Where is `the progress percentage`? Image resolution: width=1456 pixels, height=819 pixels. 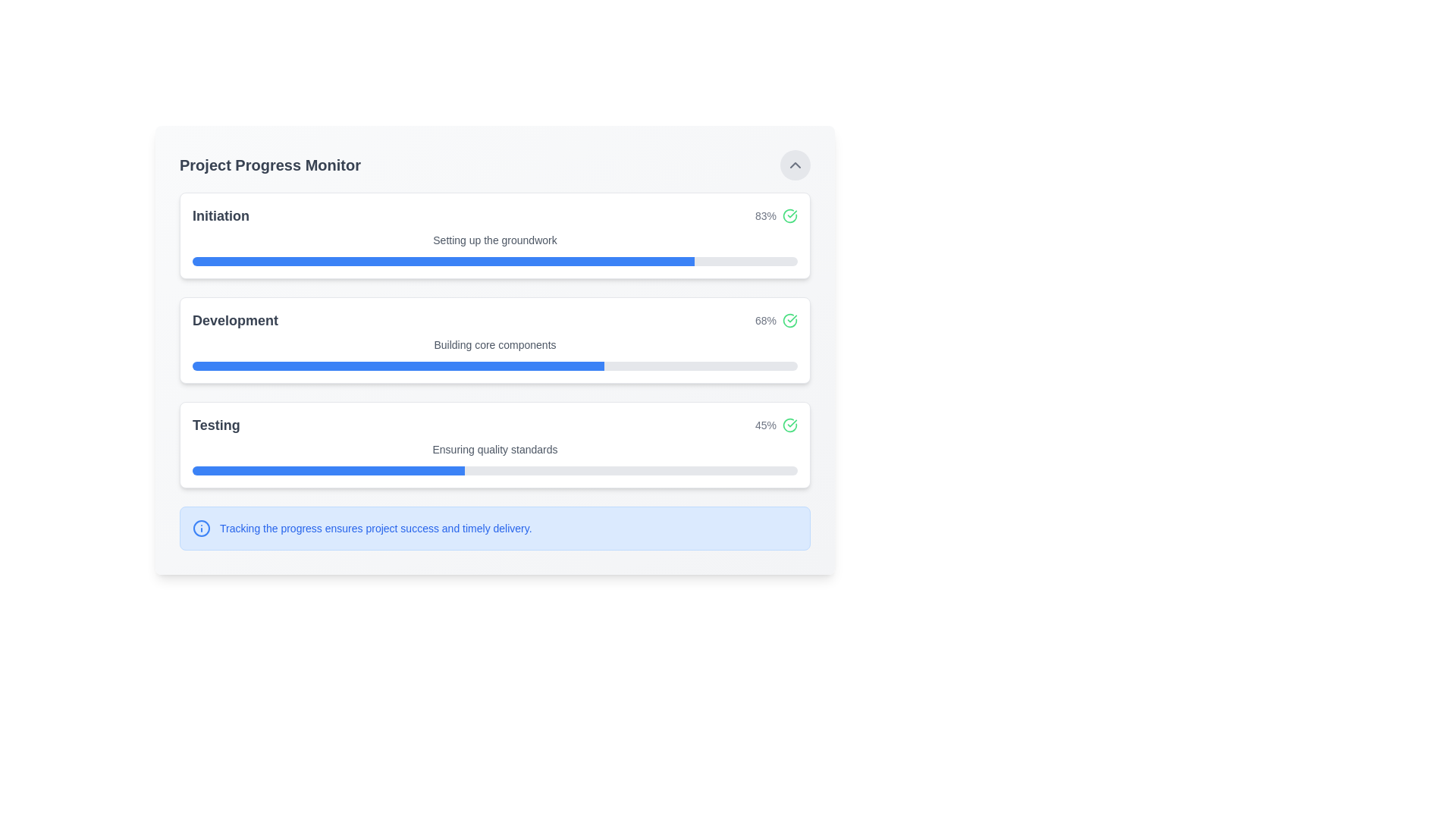
the progress percentage is located at coordinates (484, 366).